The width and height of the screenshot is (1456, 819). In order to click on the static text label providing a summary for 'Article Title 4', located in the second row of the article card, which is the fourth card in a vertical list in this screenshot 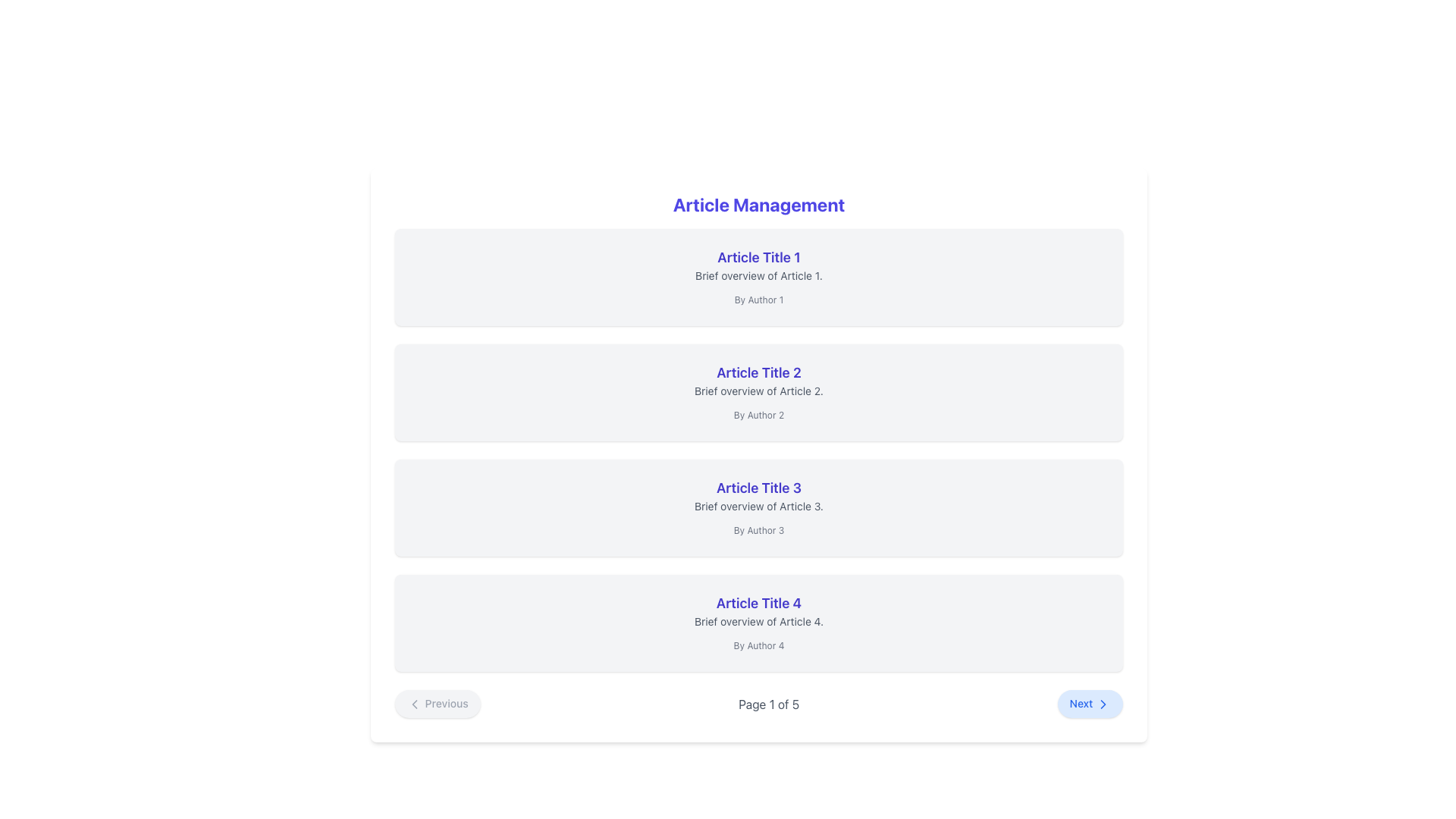, I will do `click(759, 622)`.